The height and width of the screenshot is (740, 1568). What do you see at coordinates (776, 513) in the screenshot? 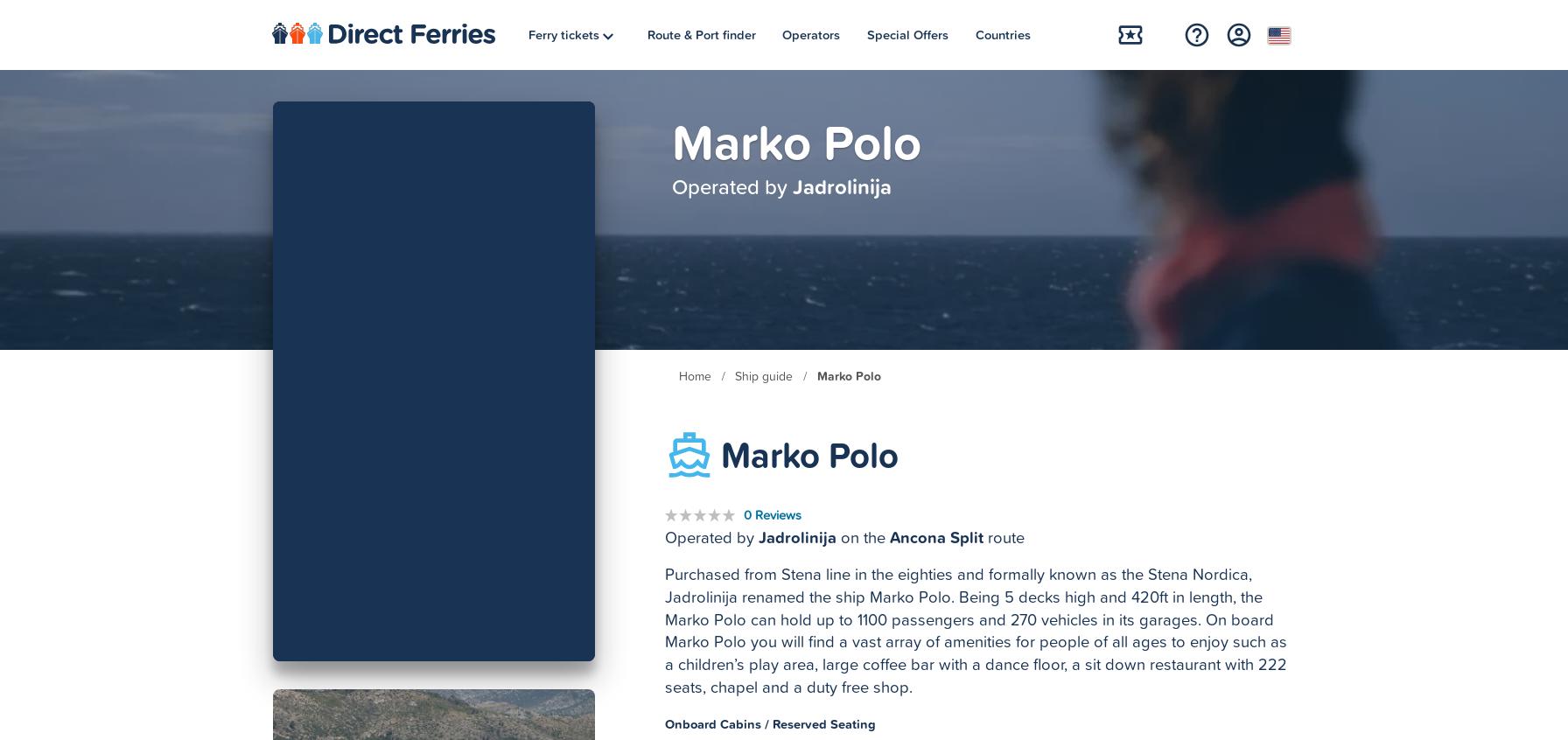
I see `'Reviews'` at bounding box center [776, 513].